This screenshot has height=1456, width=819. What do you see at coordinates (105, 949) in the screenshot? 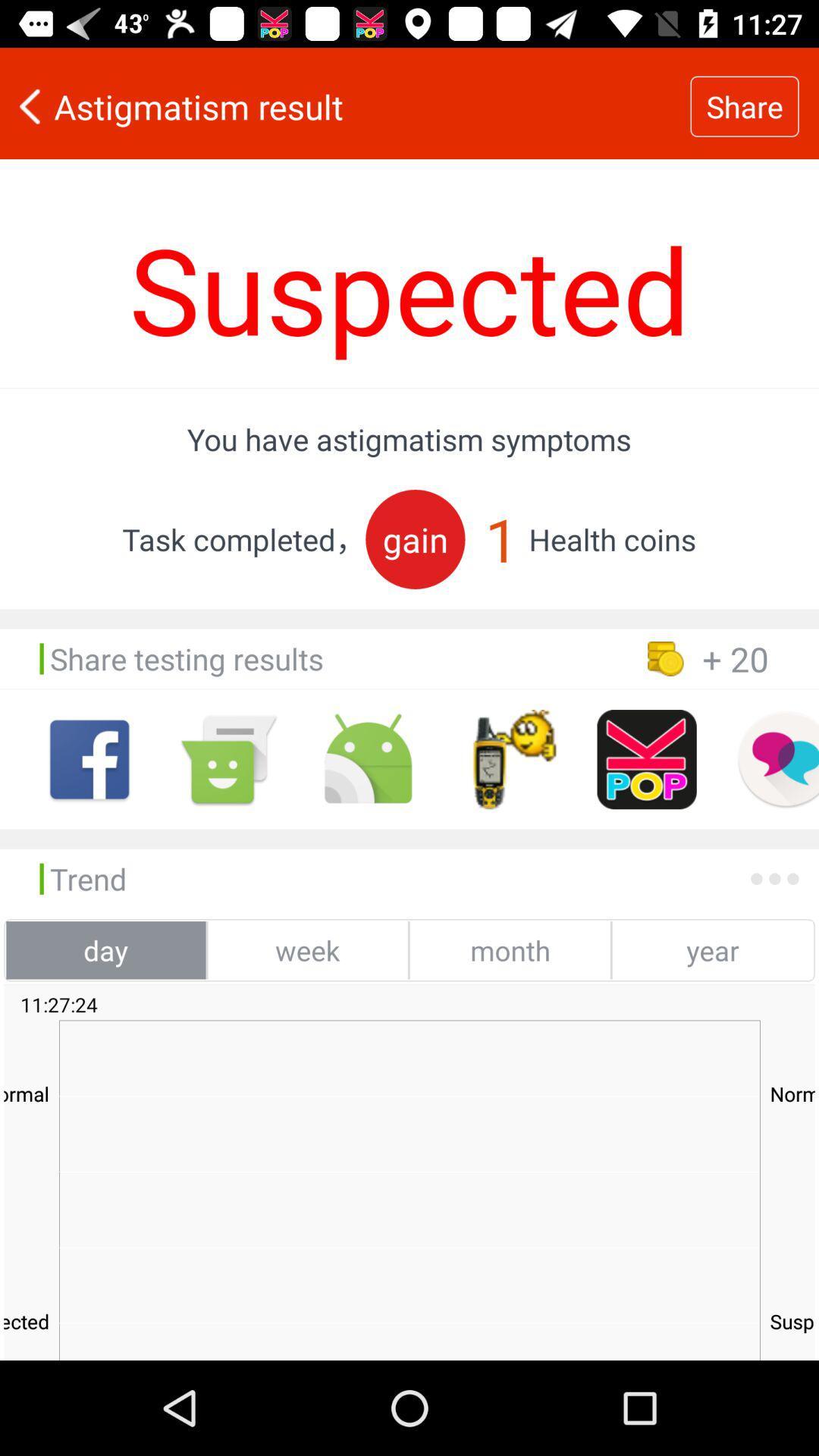
I see `the day` at bounding box center [105, 949].